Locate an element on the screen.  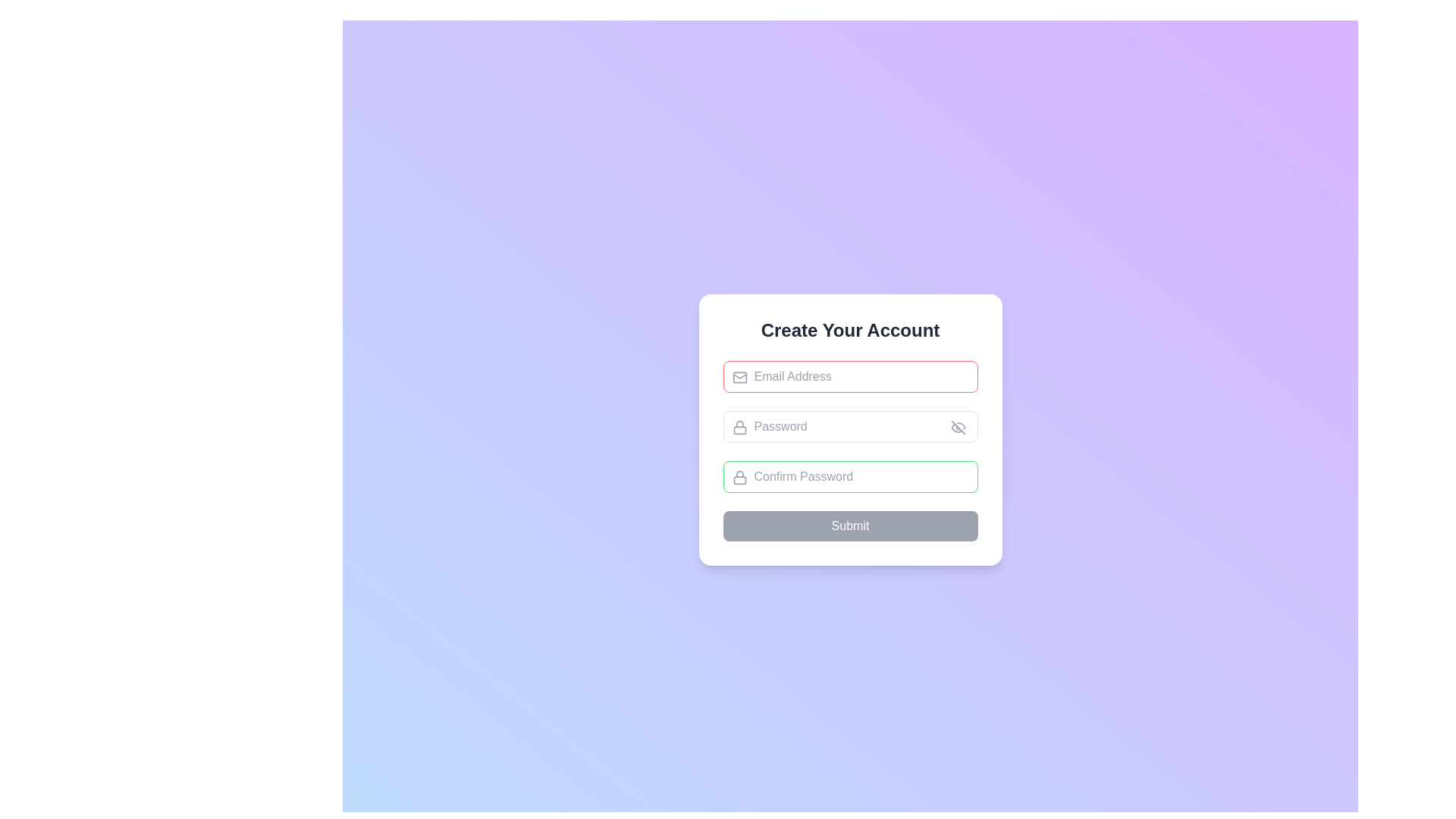
the password input field icon, which is located at the top left corner of the password input field, indicating secure information entry is located at coordinates (739, 427).